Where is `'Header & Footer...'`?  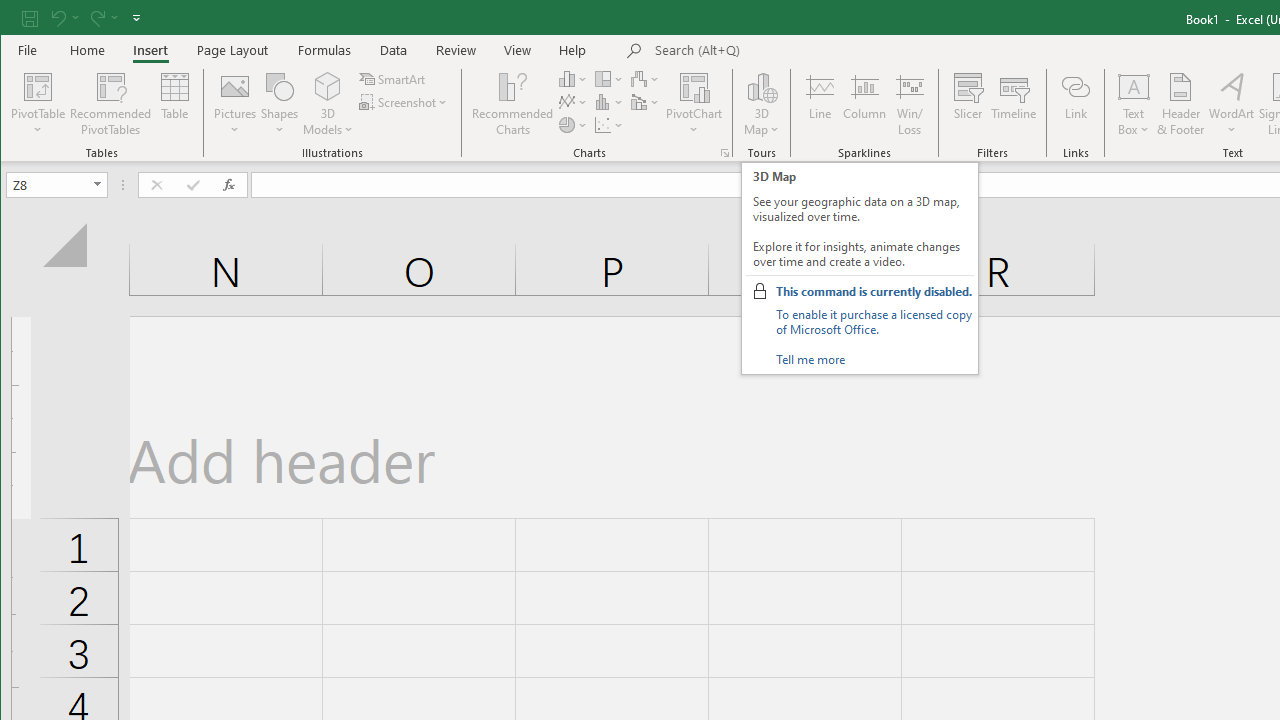
'Header & Footer...' is located at coordinates (1180, 104).